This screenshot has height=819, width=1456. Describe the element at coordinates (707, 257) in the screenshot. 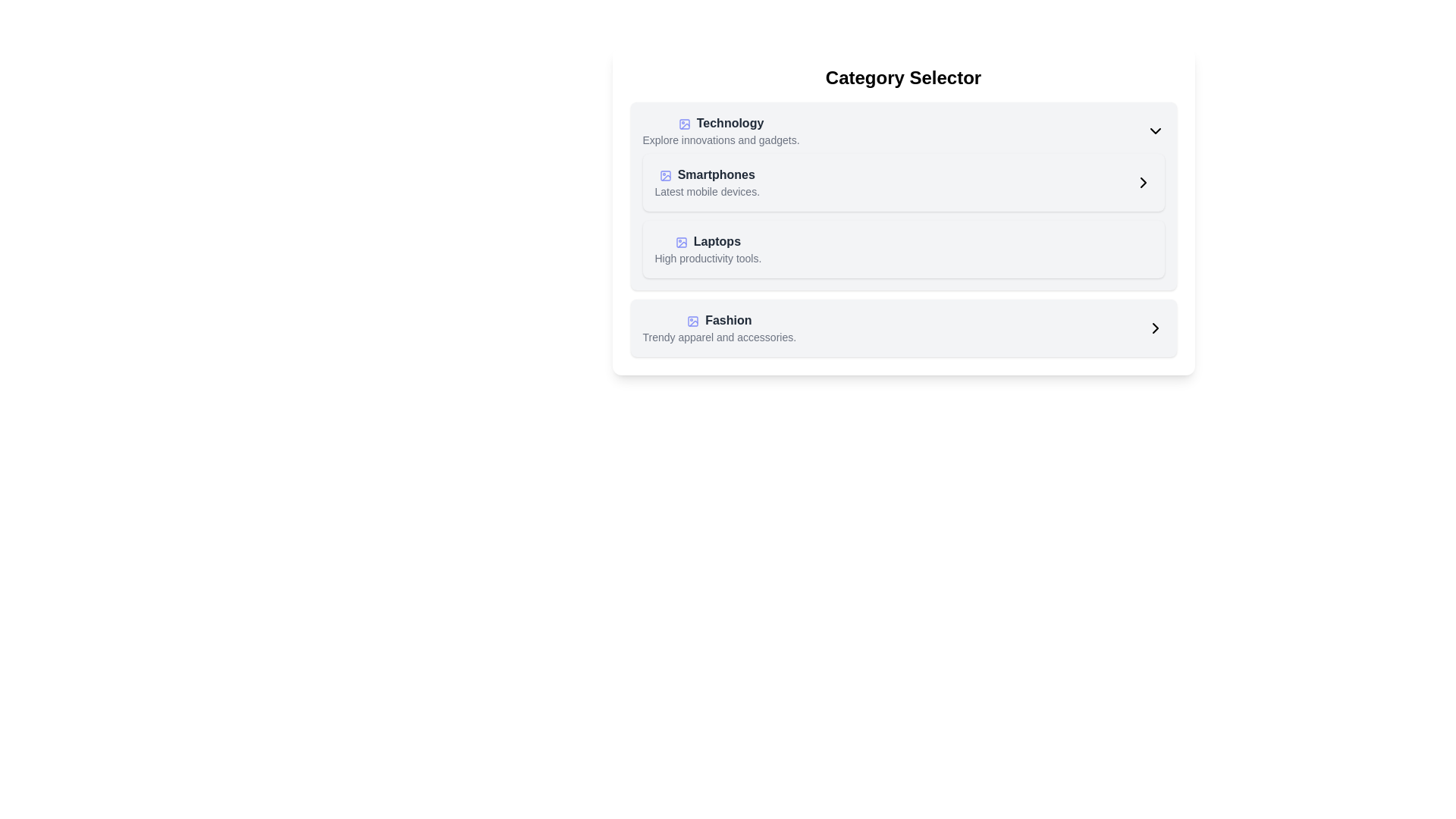

I see `the descriptive text label positioned below the 'Laptops' main text, which provides additional details for the 'Laptops' category` at that location.